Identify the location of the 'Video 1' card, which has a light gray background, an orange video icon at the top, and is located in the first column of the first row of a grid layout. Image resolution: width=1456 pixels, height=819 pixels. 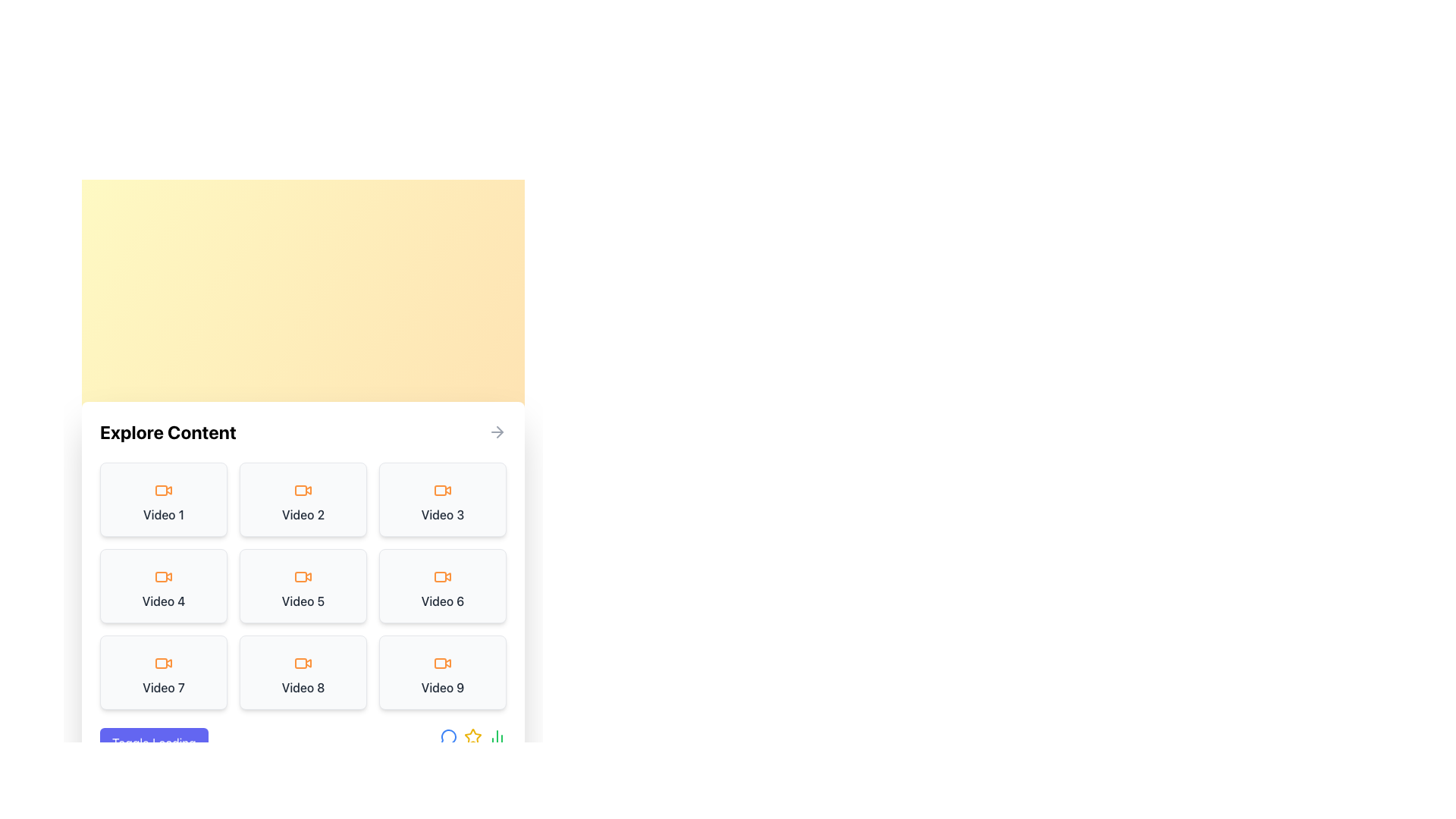
(164, 500).